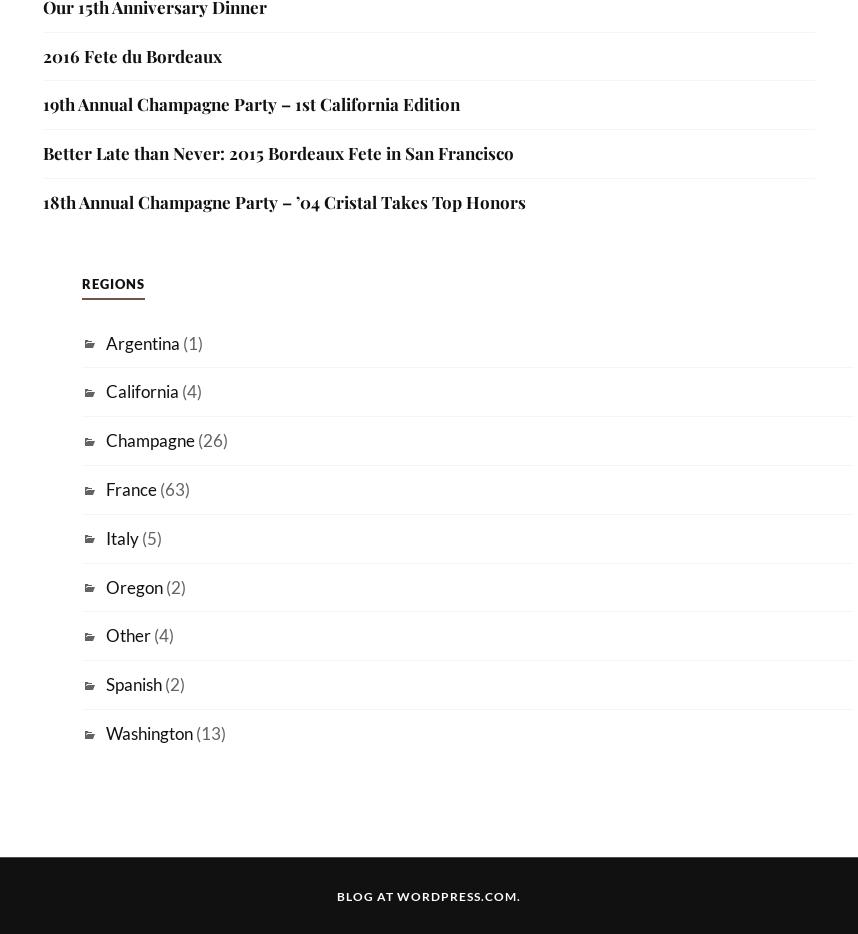 The width and height of the screenshot is (858, 934). Describe the element at coordinates (147, 732) in the screenshot. I see `'Washington'` at that location.